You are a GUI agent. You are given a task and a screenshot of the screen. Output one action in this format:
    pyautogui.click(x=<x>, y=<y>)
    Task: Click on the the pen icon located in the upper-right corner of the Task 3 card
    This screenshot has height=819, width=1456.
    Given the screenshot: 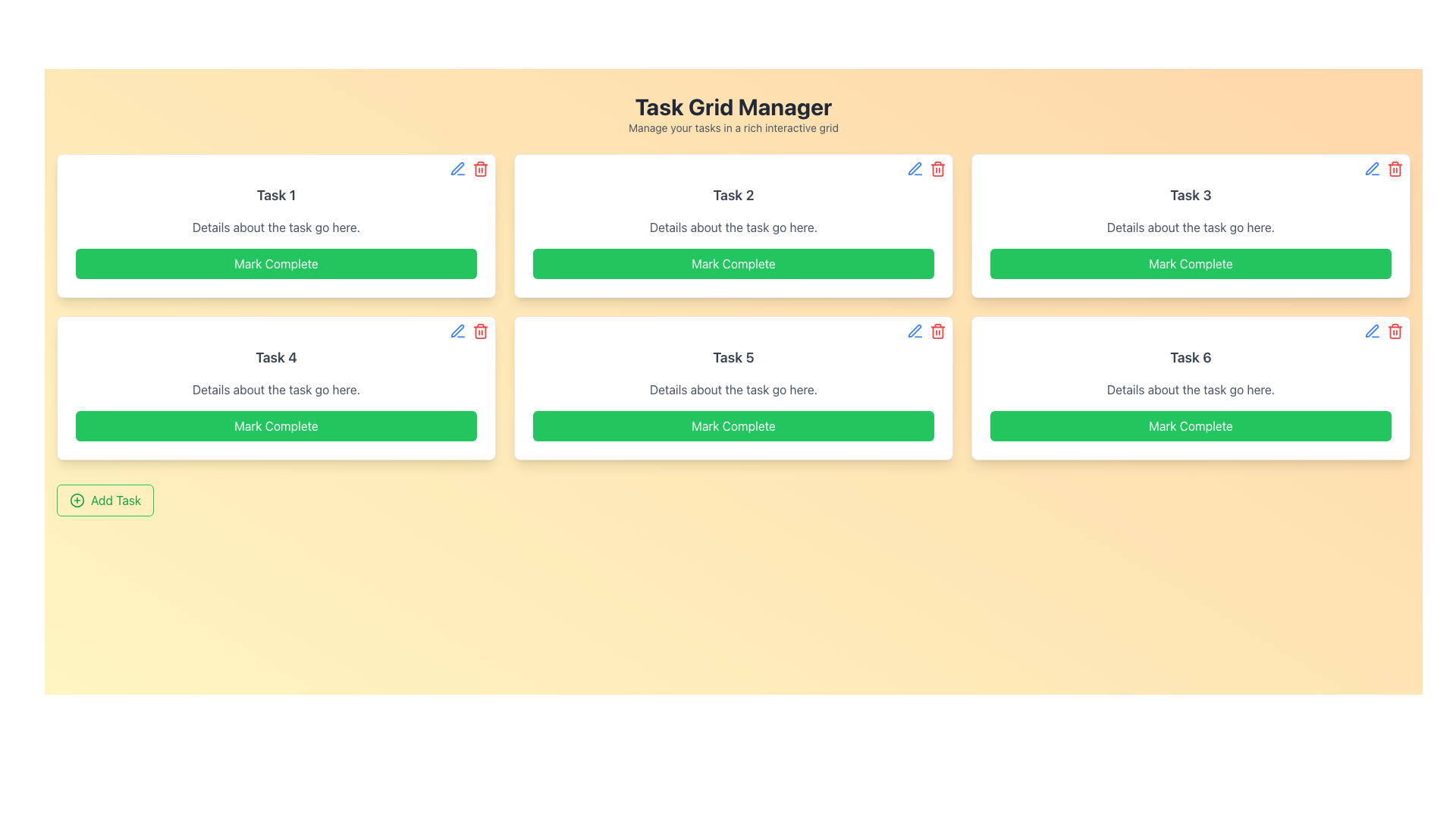 What is the action you would take?
    pyautogui.click(x=1372, y=168)
    